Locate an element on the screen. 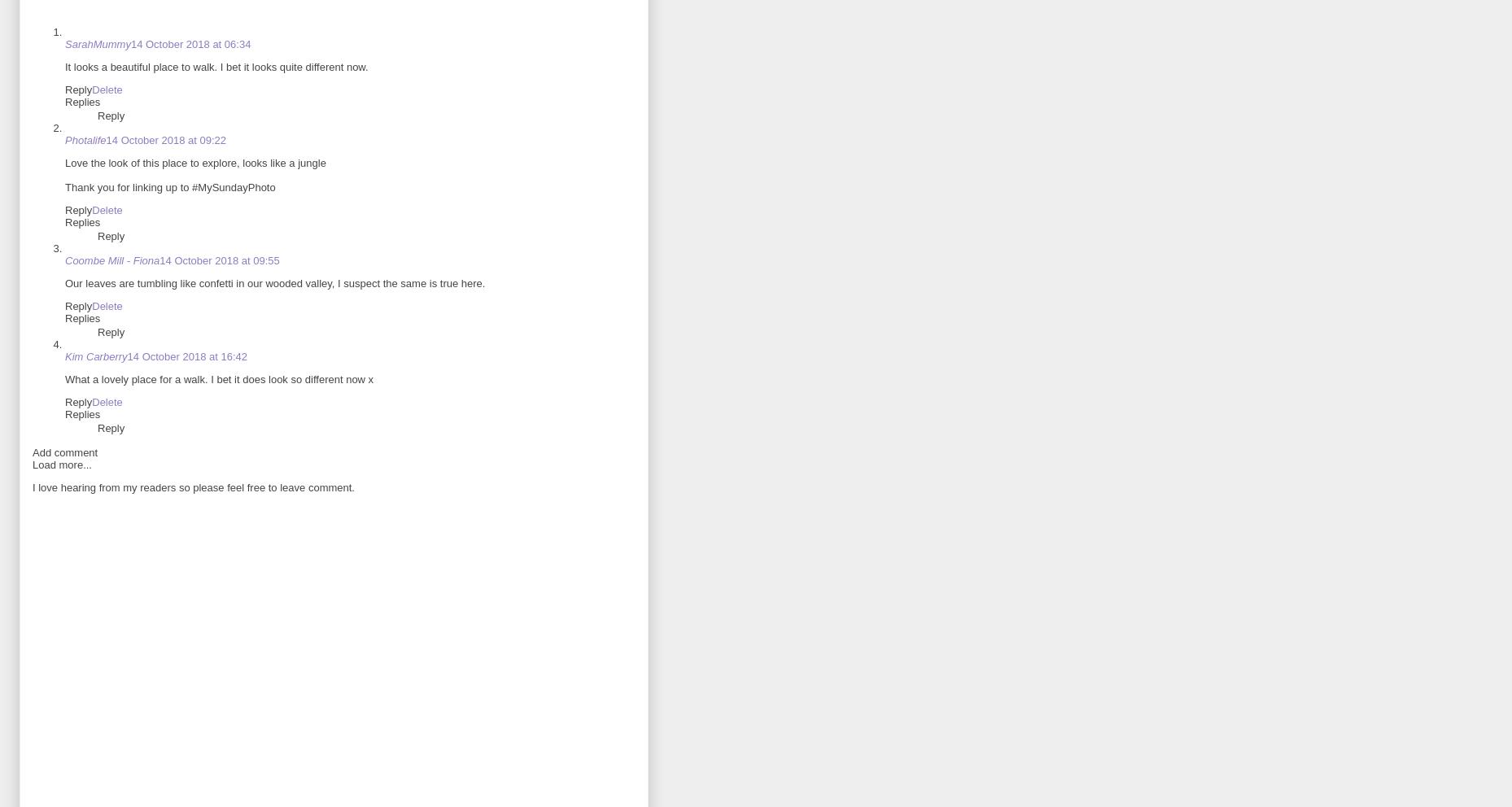 This screenshot has height=807, width=1512. 'Add comment' is located at coordinates (64, 452).